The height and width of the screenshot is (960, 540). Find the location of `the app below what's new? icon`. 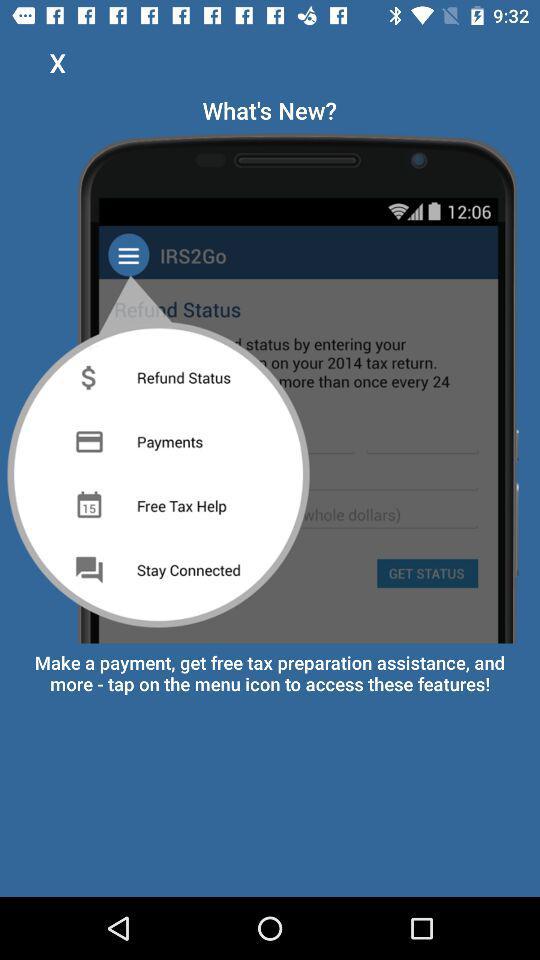

the app below what's new? icon is located at coordinates (270, 383).